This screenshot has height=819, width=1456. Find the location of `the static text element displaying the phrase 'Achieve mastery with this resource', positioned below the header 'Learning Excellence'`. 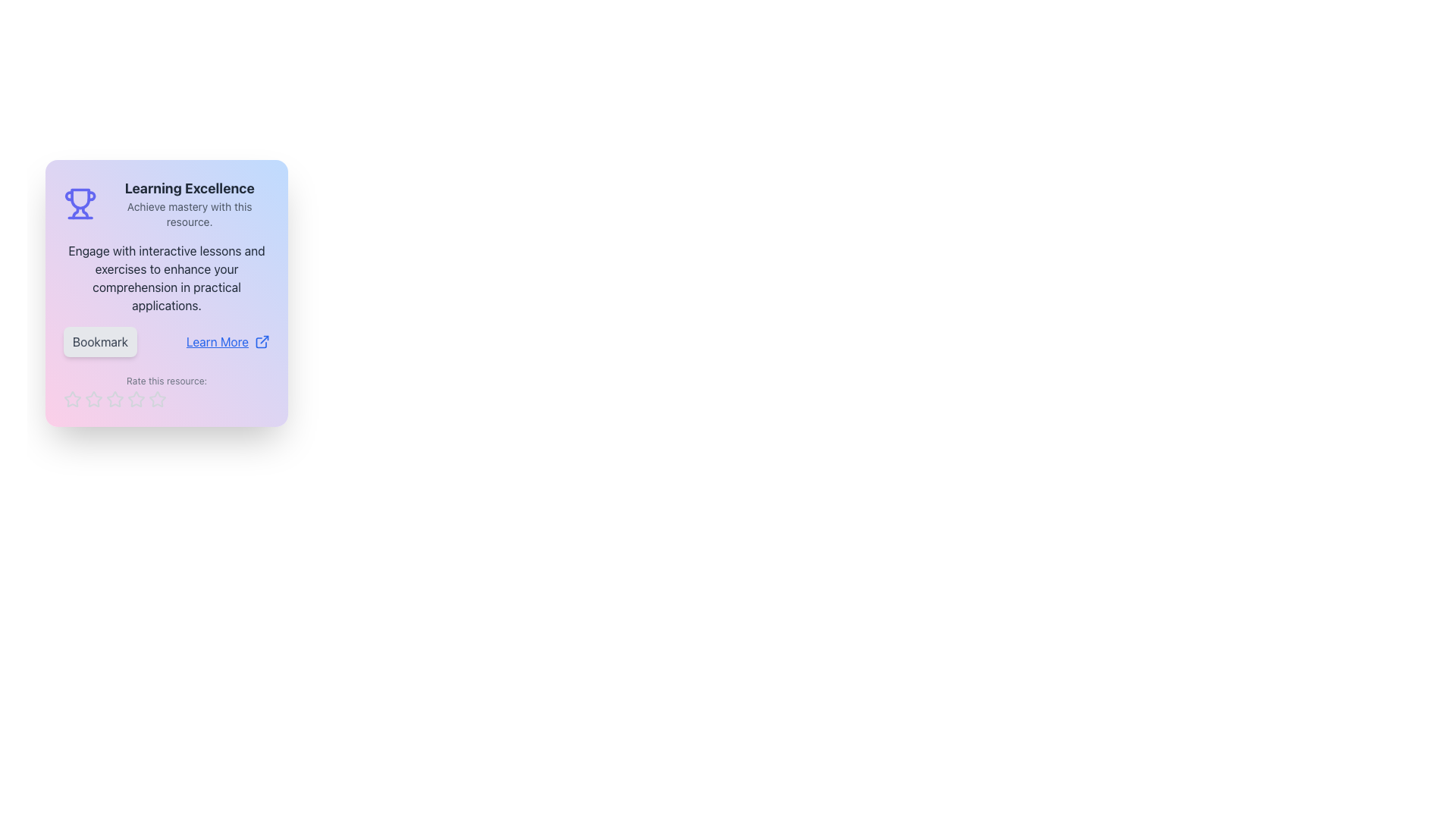

the static text element displaying the phrase 'Achieve mastery with this resource', positioned below the header 'Learning Excellence' is located at coordinates (189, 214).